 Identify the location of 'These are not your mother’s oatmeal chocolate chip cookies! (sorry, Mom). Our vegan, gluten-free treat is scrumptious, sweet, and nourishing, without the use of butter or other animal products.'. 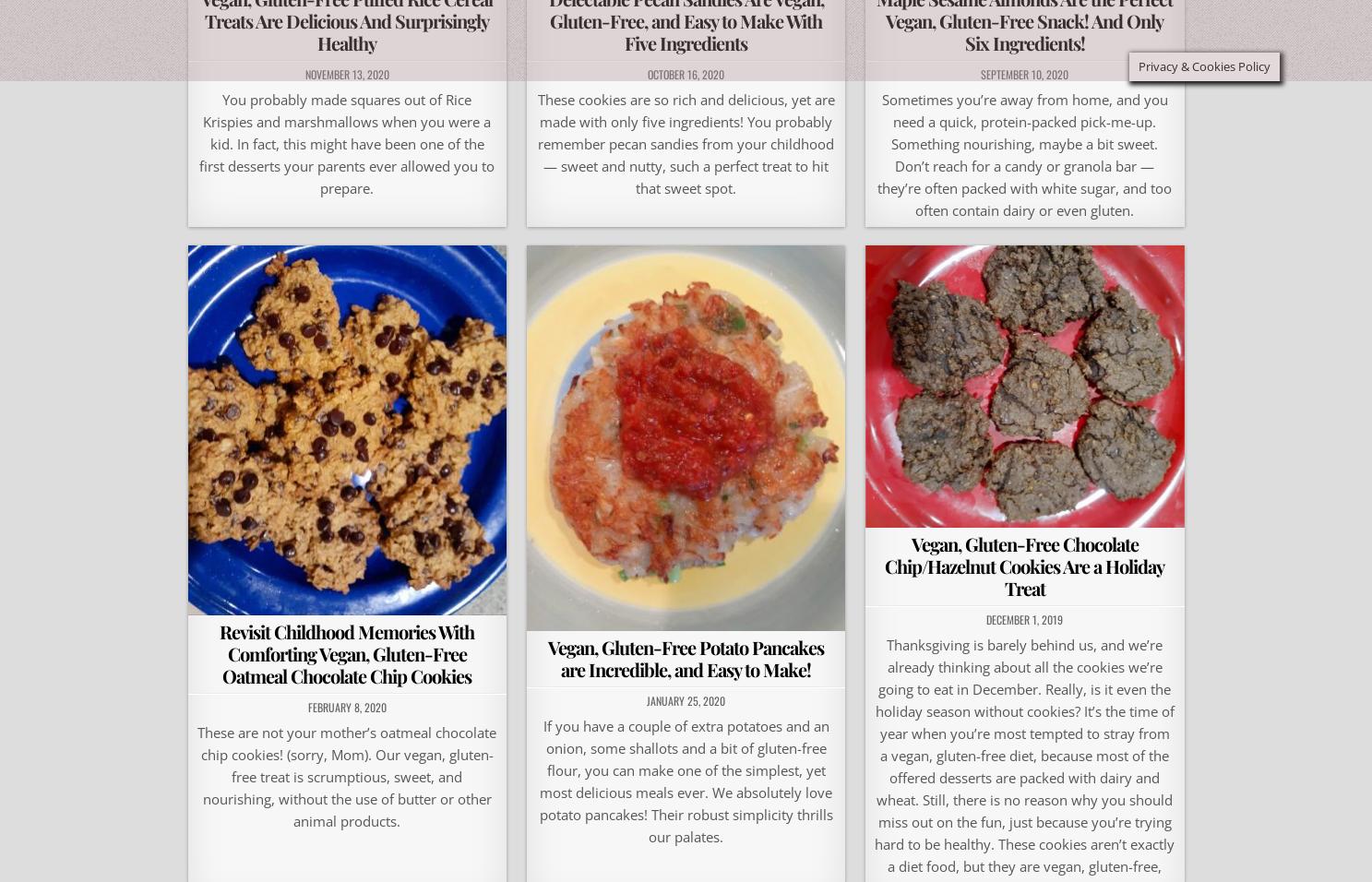
(347, 775).